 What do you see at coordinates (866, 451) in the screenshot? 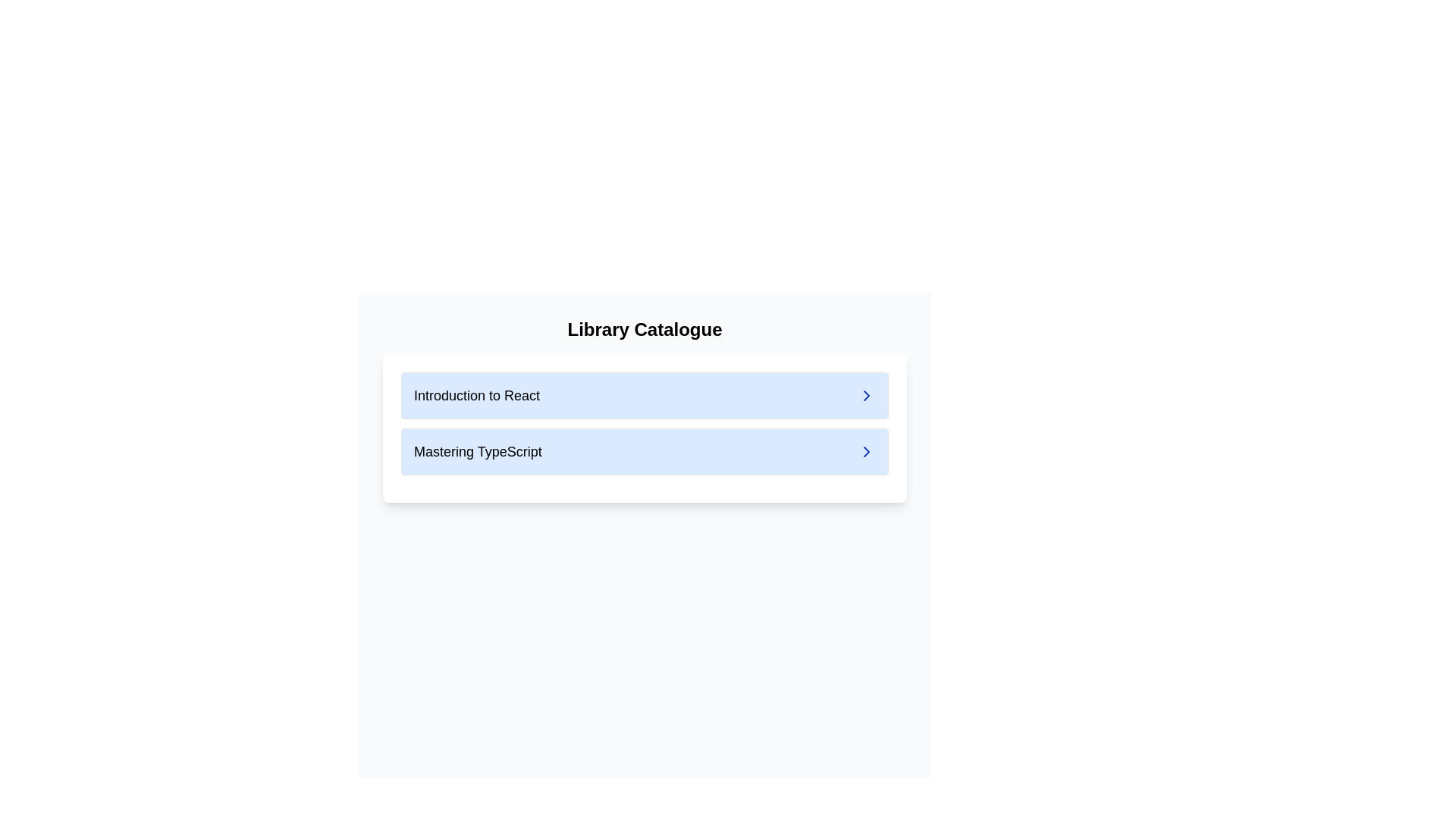
I see `the icon located at the far right of the row displaying 'Mastering TypeScript'` at bounding box center [866, 451].